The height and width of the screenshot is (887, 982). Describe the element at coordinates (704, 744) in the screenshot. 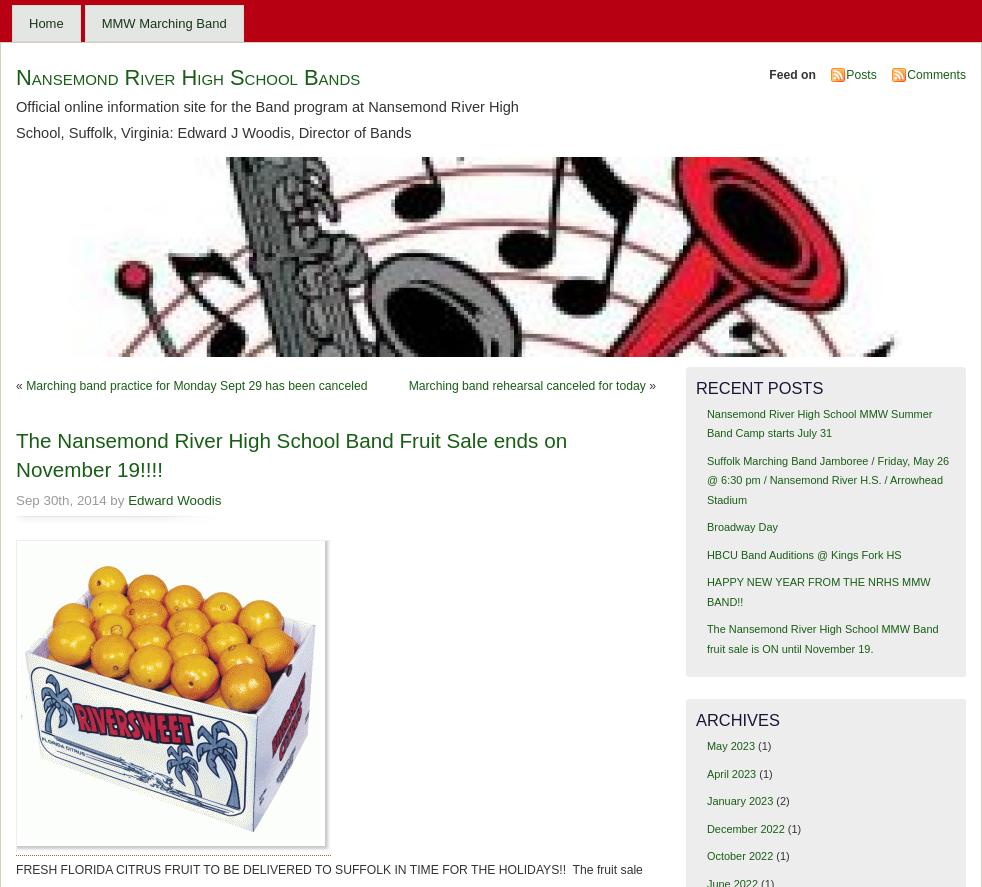

I see `'May 2023'` at that location.